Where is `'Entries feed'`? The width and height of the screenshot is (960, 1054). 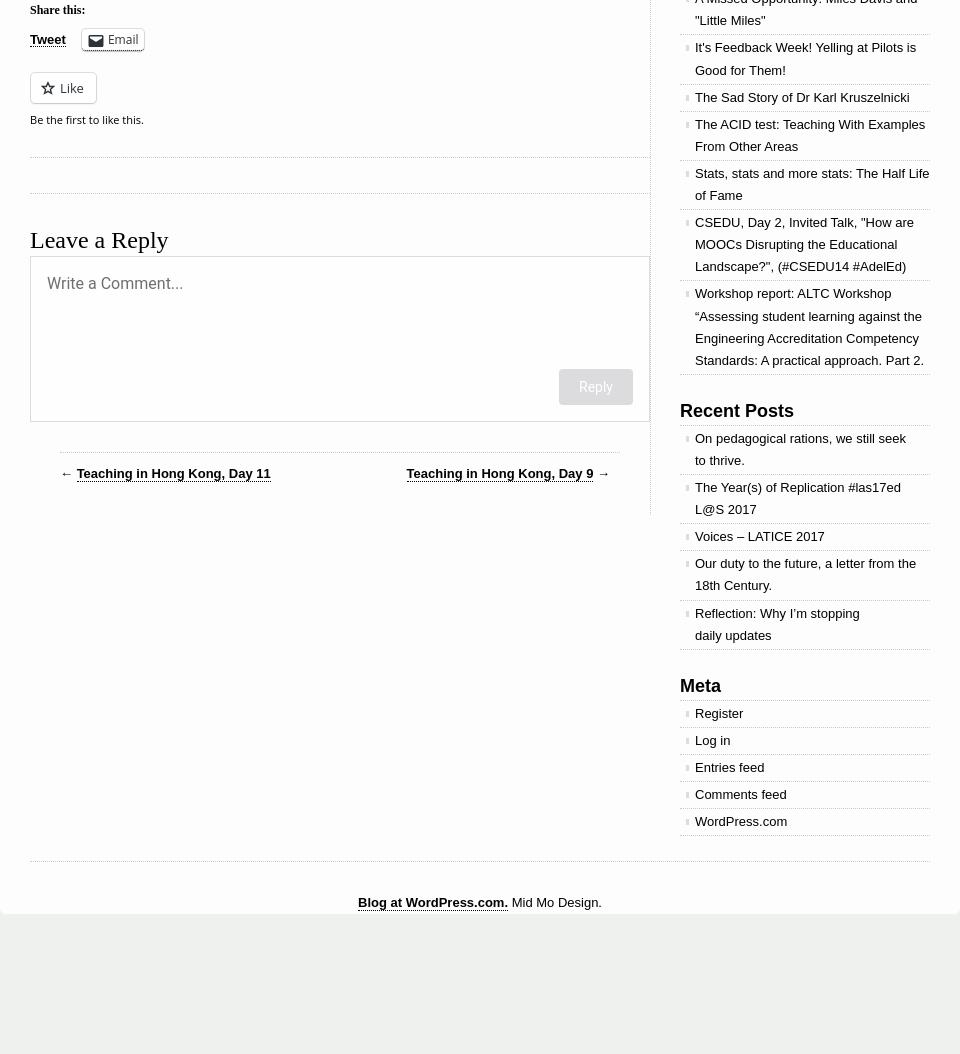 'Entries feed' is located at coordinates (728, 767).